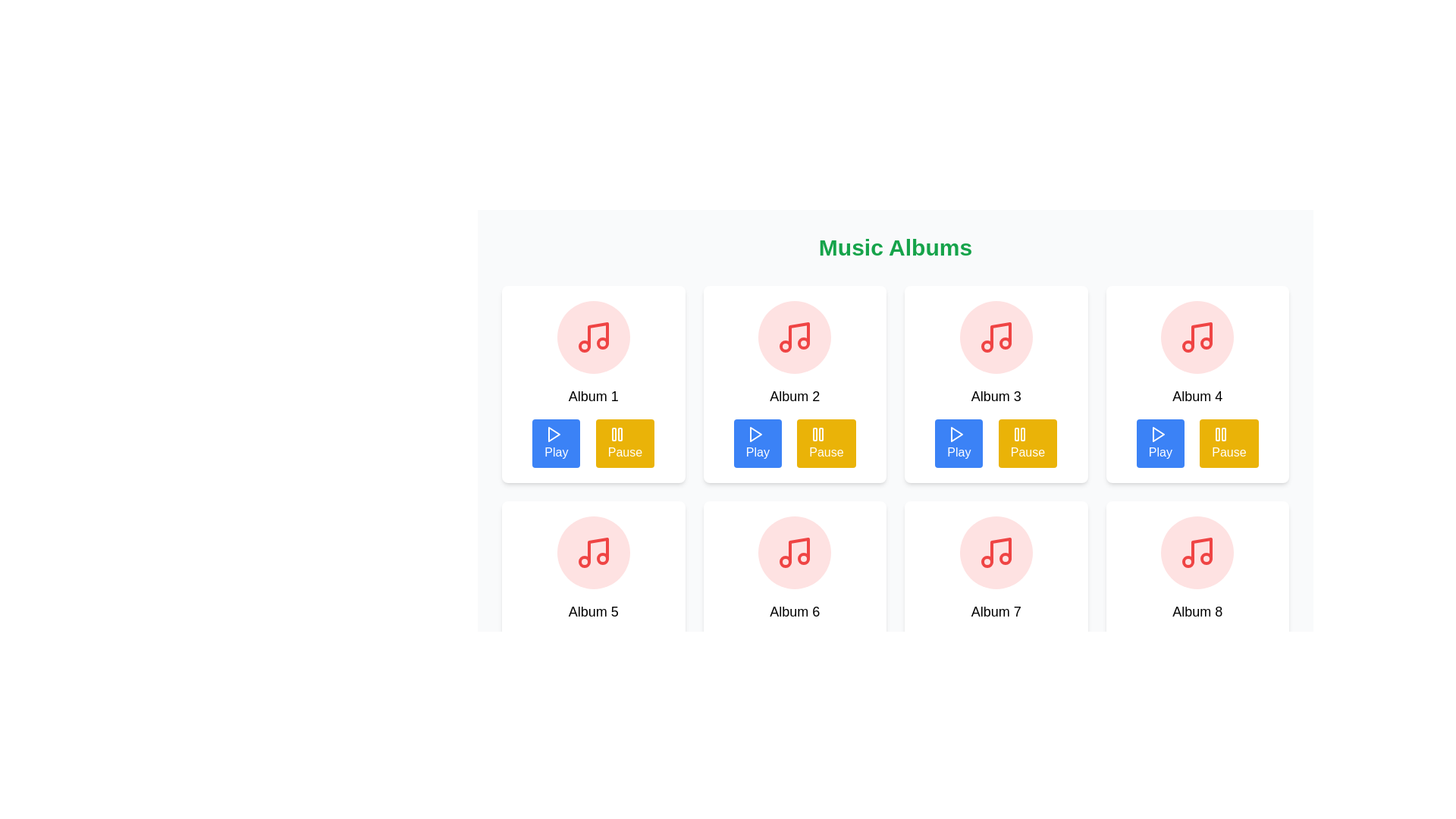 This screenshot has width=1456, height=819. What do you see at coordinates (755, 435) in the screenshot?
I see `the triangular play button icon located within the second blue 'Play' button under 'Album 2' in the top row of the grid layout` at bounding box center [755, 435].